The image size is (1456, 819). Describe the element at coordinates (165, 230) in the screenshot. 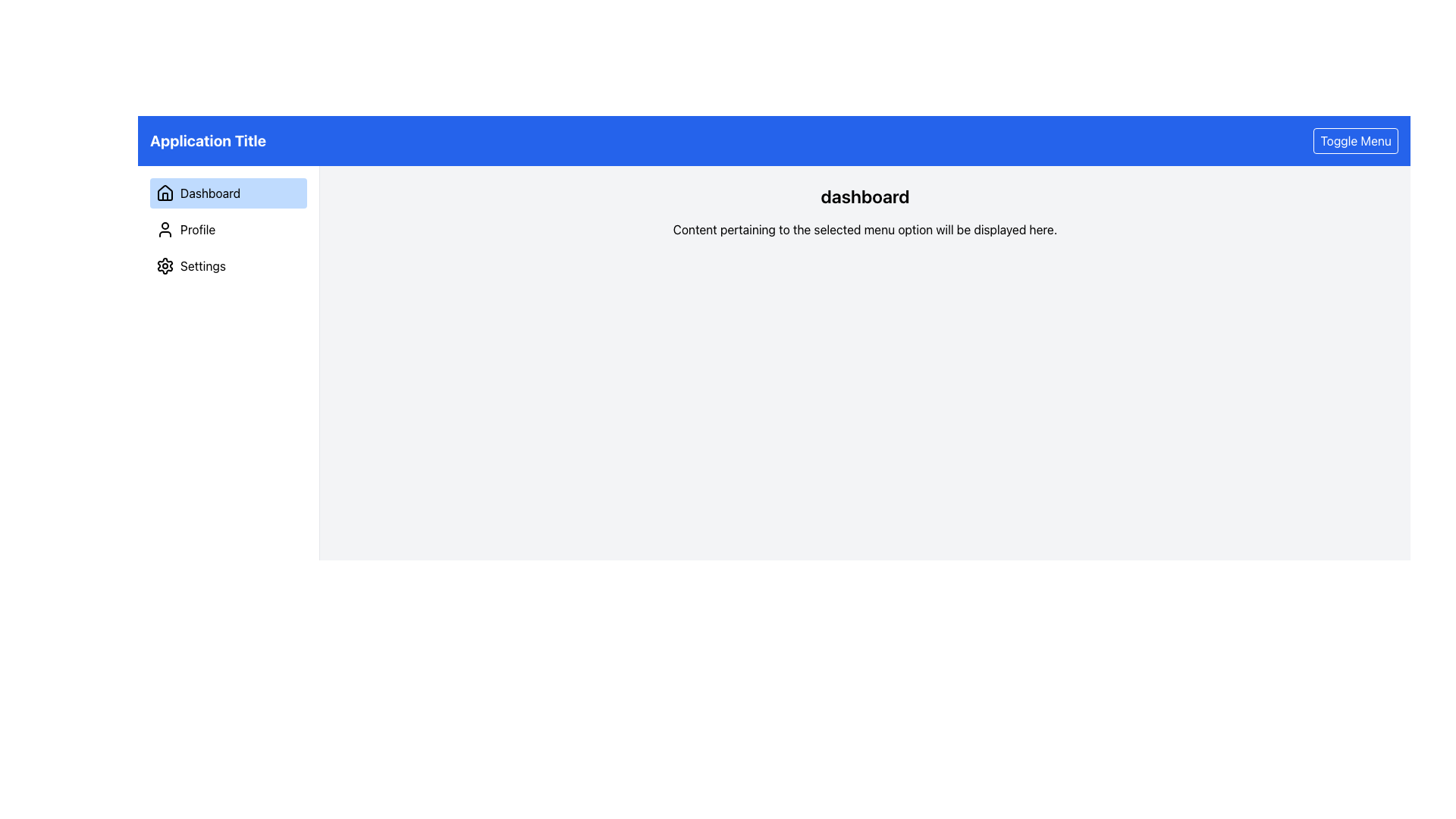

I see `the 'Profile' icon located` at that location.